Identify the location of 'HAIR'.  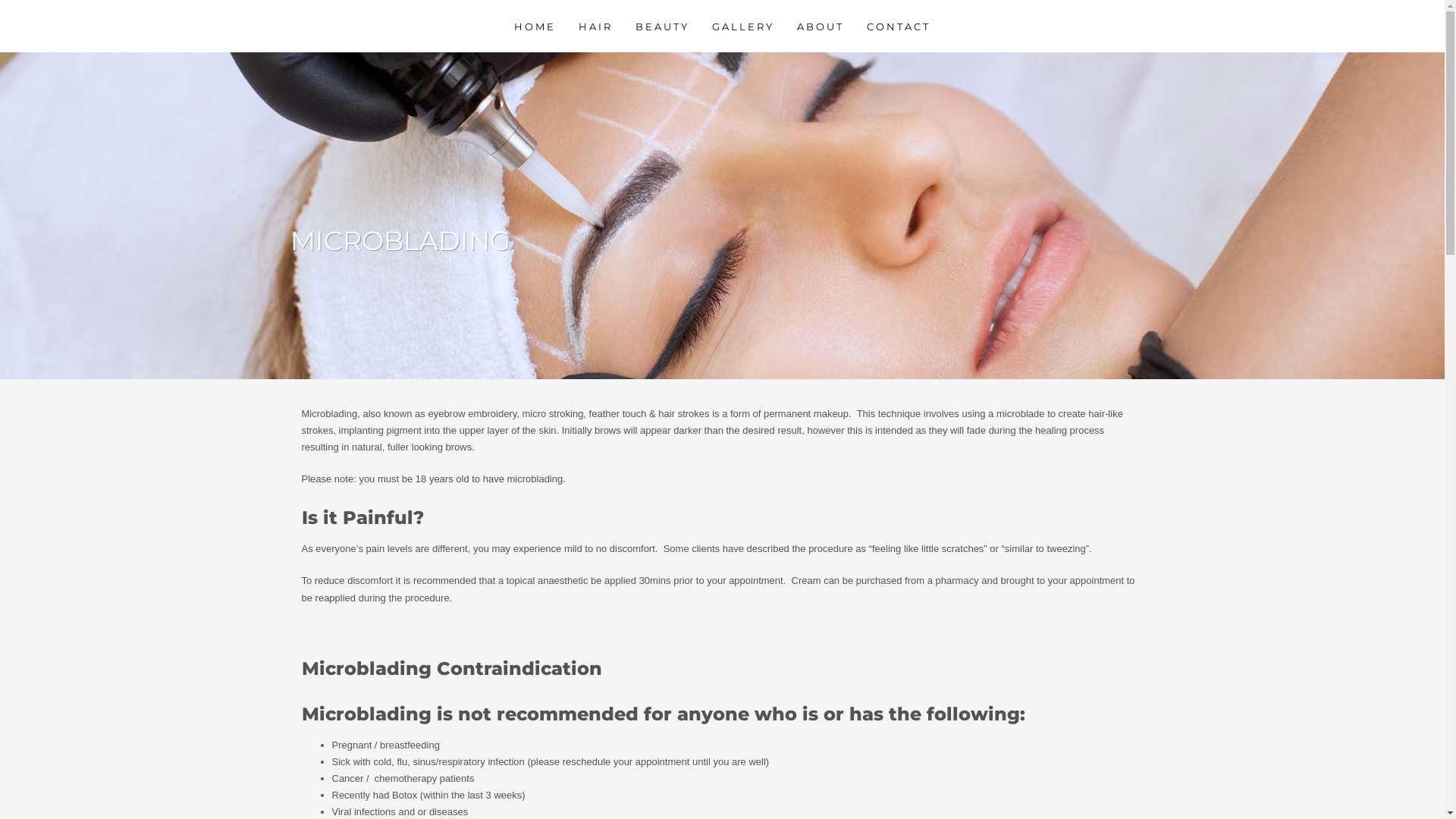
(595, 26).